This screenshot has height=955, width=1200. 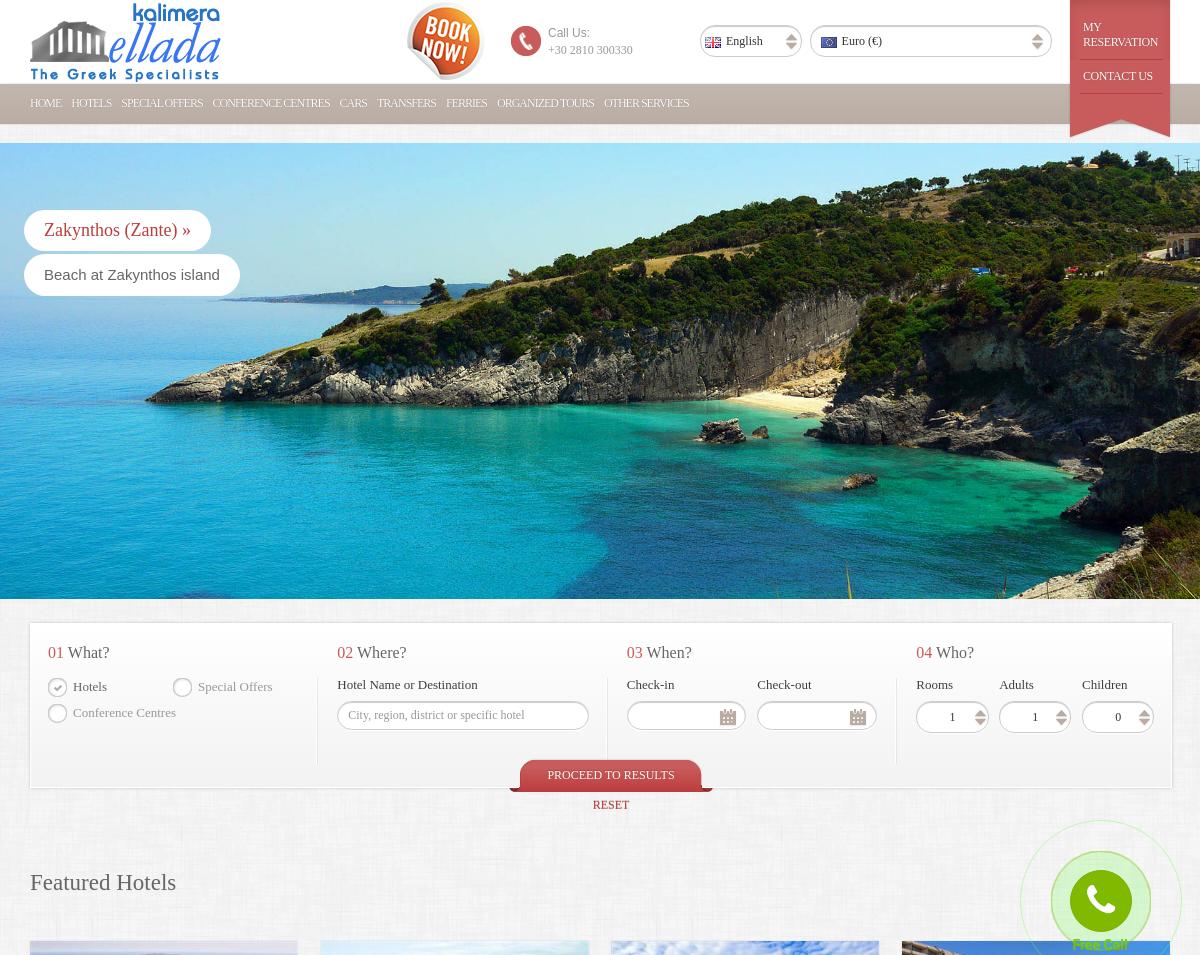 What do you see at coordinates (352, 102) in the screenshot?
I see `'Cars'` at bounding box center [352, 102].